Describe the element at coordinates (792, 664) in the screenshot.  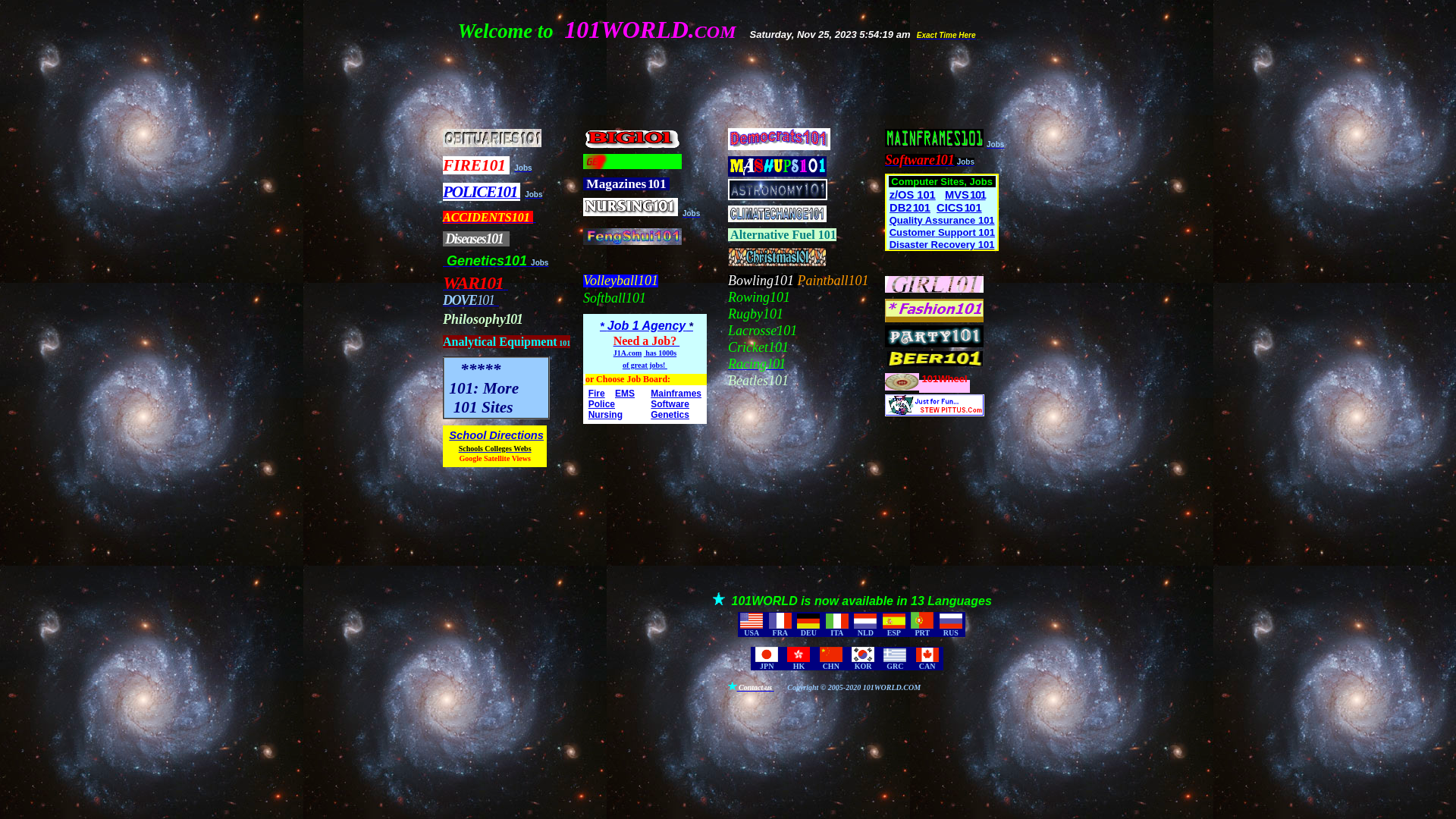
I see `'HK'` at that location.